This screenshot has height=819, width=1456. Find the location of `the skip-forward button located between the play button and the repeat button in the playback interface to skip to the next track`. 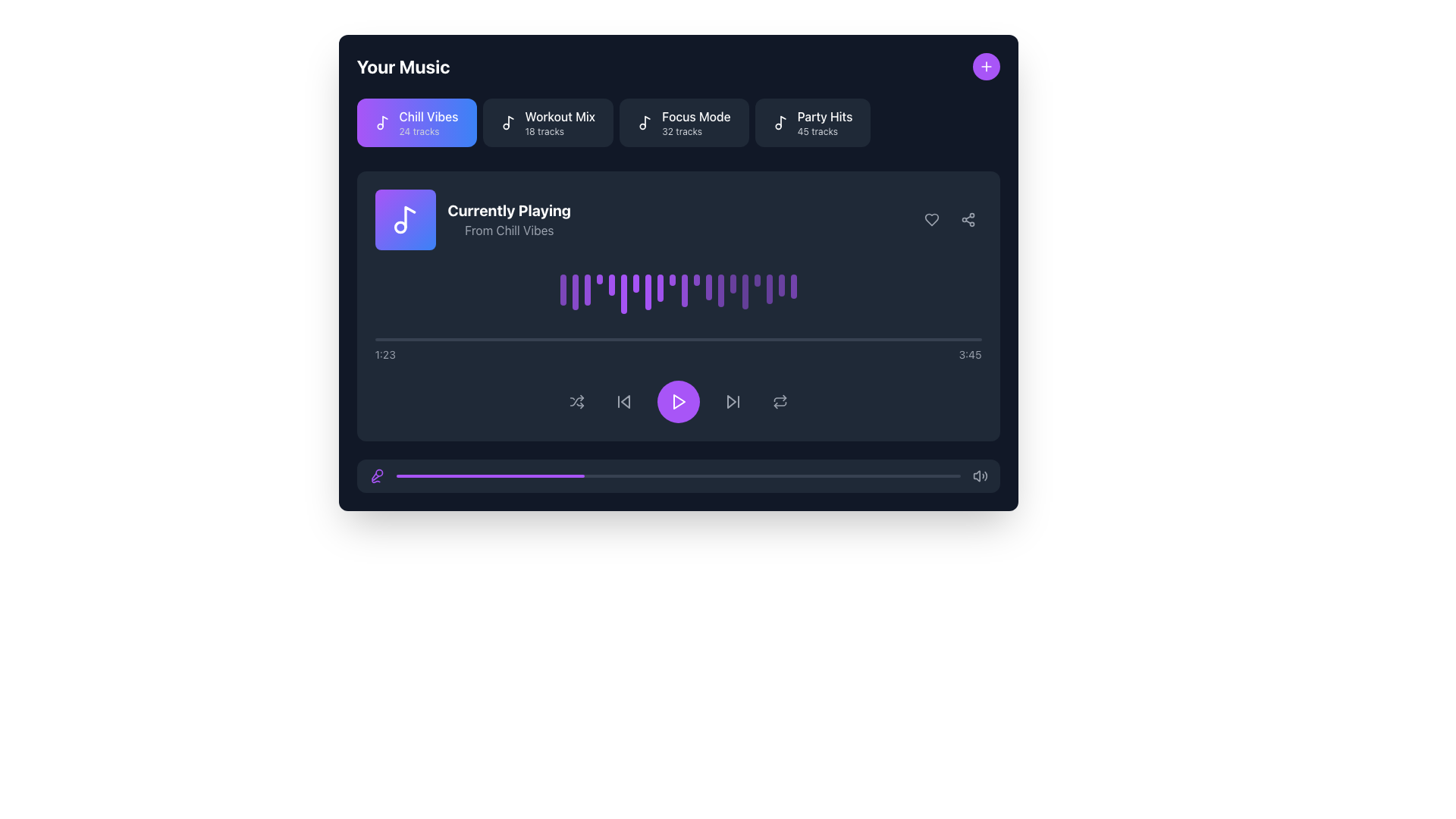

the skip-forward button located between the play button and the repeat button in the playback interface to skip to the next track is located at coordinates (733, 401).